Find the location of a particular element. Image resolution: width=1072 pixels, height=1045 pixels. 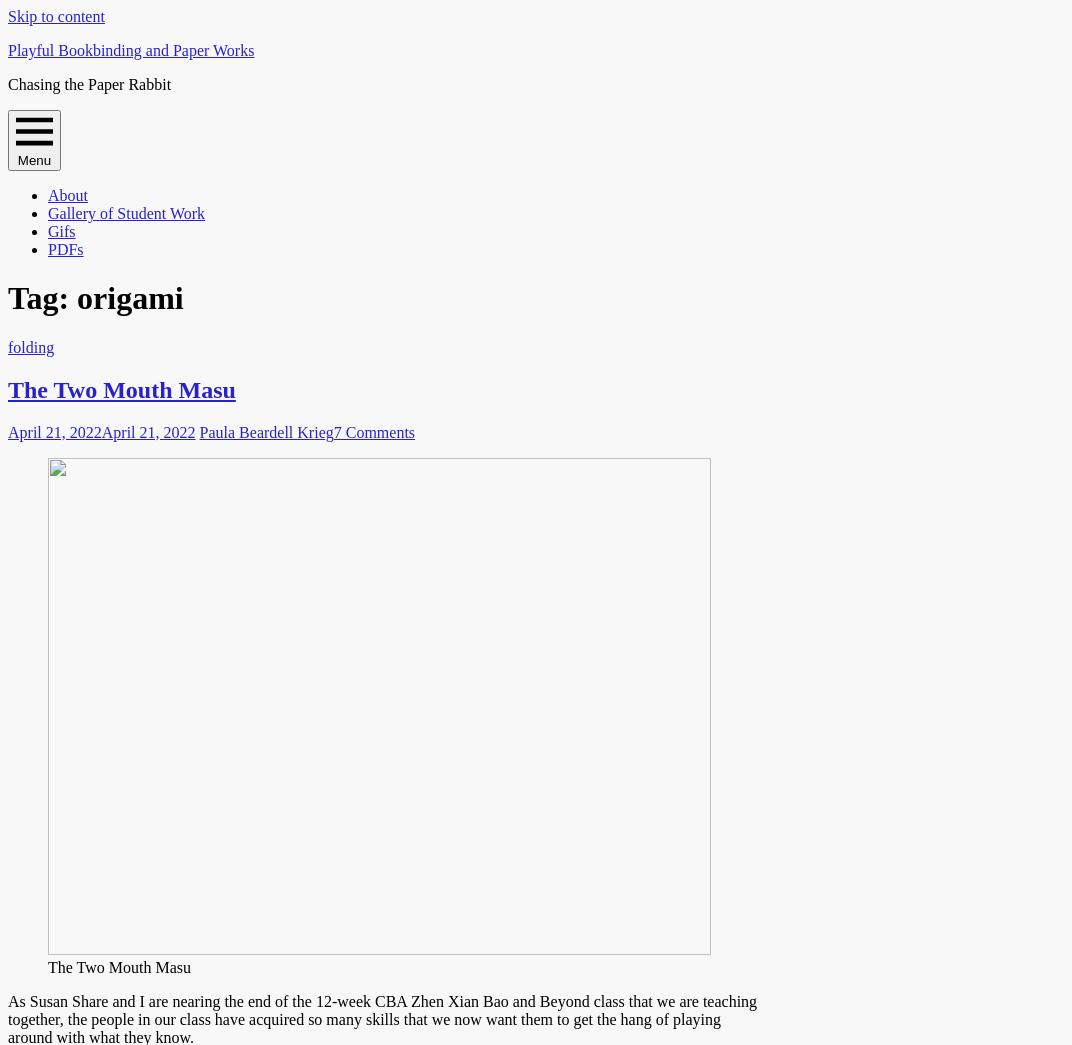

'PDFs' is located at coordinates (64, 248).